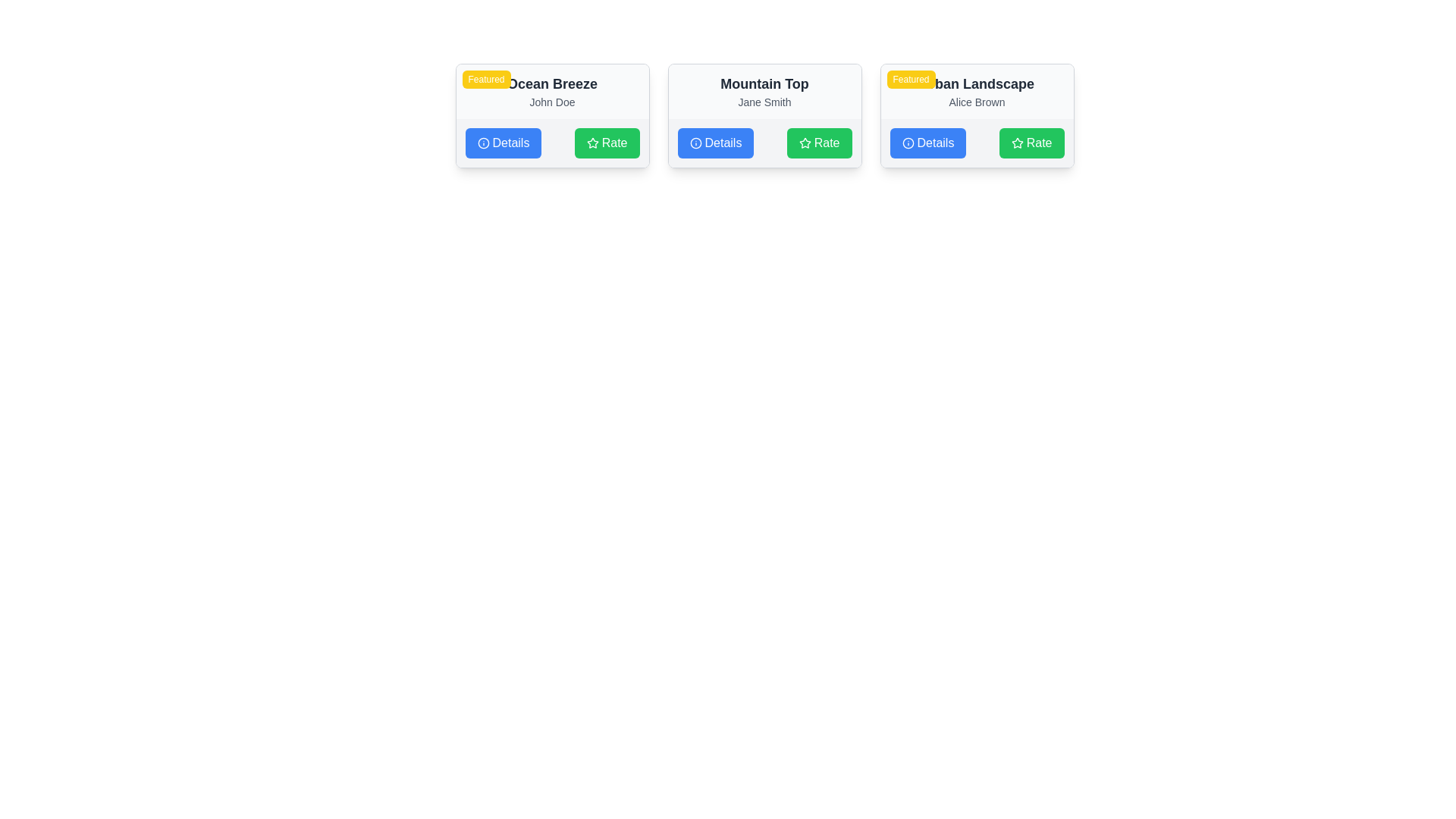  What do you see at coordinates (910, 79) in the screenshot?
I see `the badge in the top-left corner of the 'Urban Landscape' card by Alice Brown, which indicates it as a featured item` at bounding box center [910, 79].